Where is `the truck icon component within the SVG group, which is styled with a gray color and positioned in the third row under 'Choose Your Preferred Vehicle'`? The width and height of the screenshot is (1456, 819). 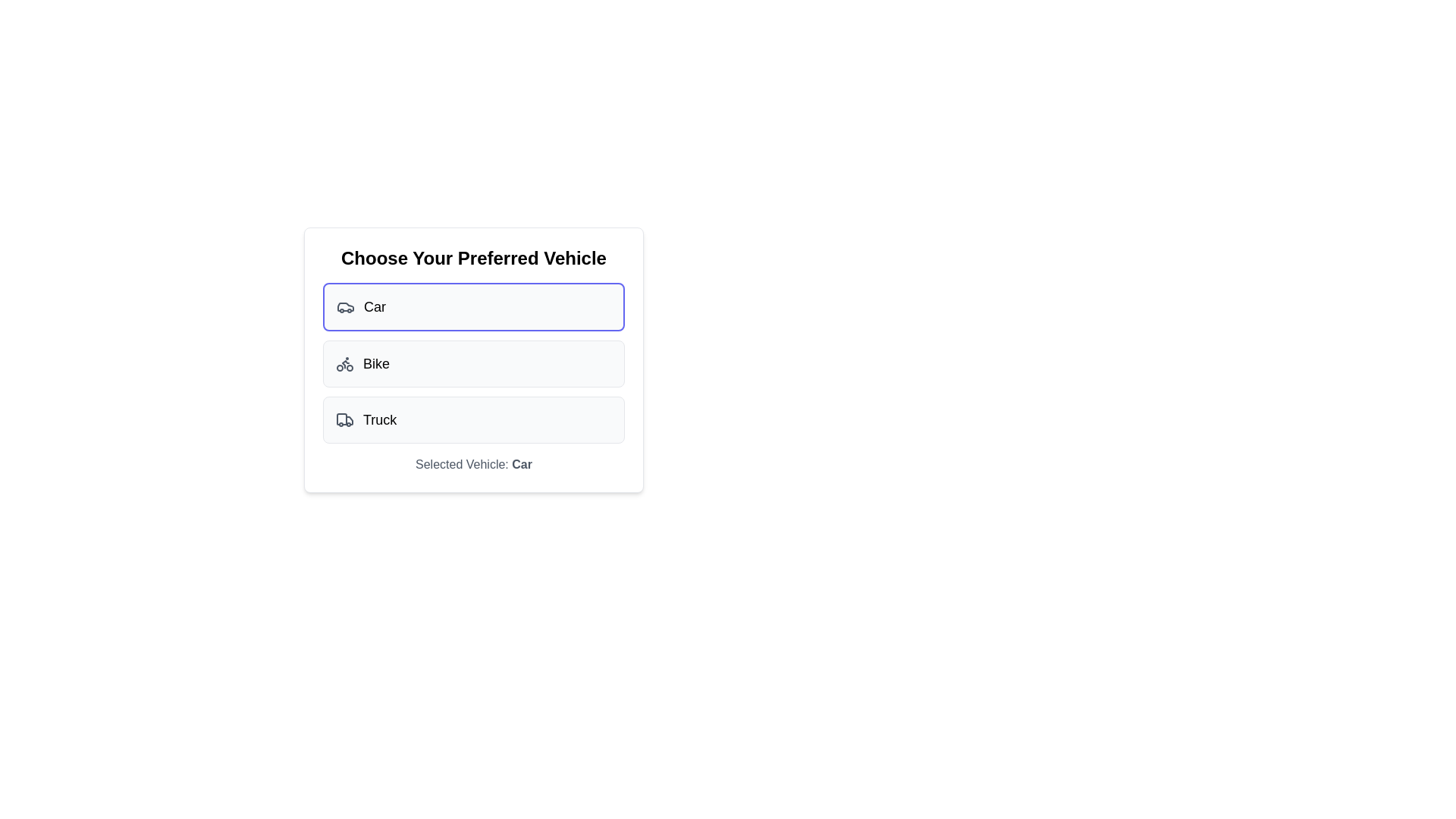 the truck icon component within the SVG group, which is styled with a gray color and positioned in the third row under 'Choose Your Preferred Vehicle' is located at coordinates (341, 419).